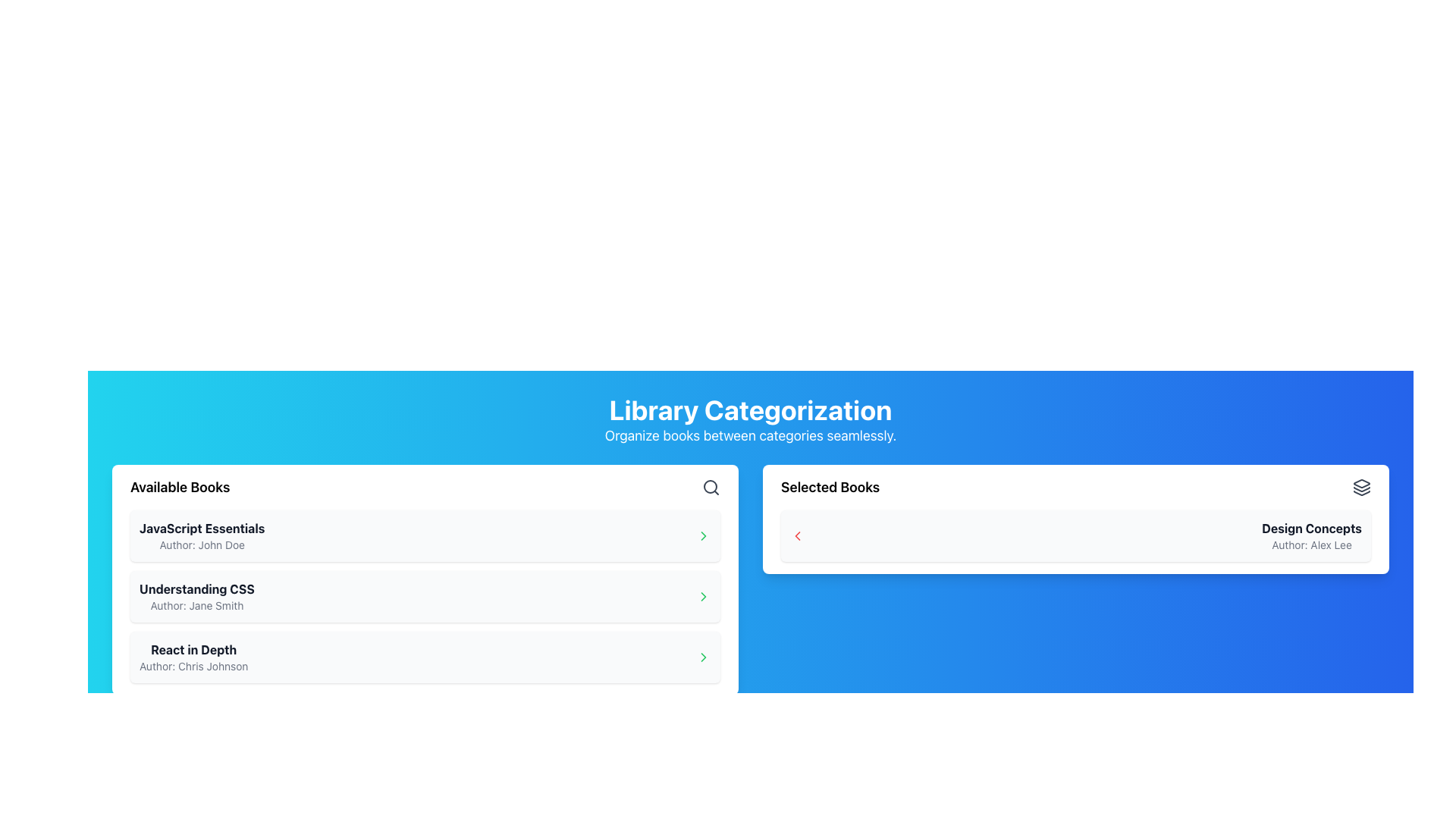  I want to click on the button located in the 'Selected Books' section to reverse a previous action or remove the associated book from the list, so click(796, 535).